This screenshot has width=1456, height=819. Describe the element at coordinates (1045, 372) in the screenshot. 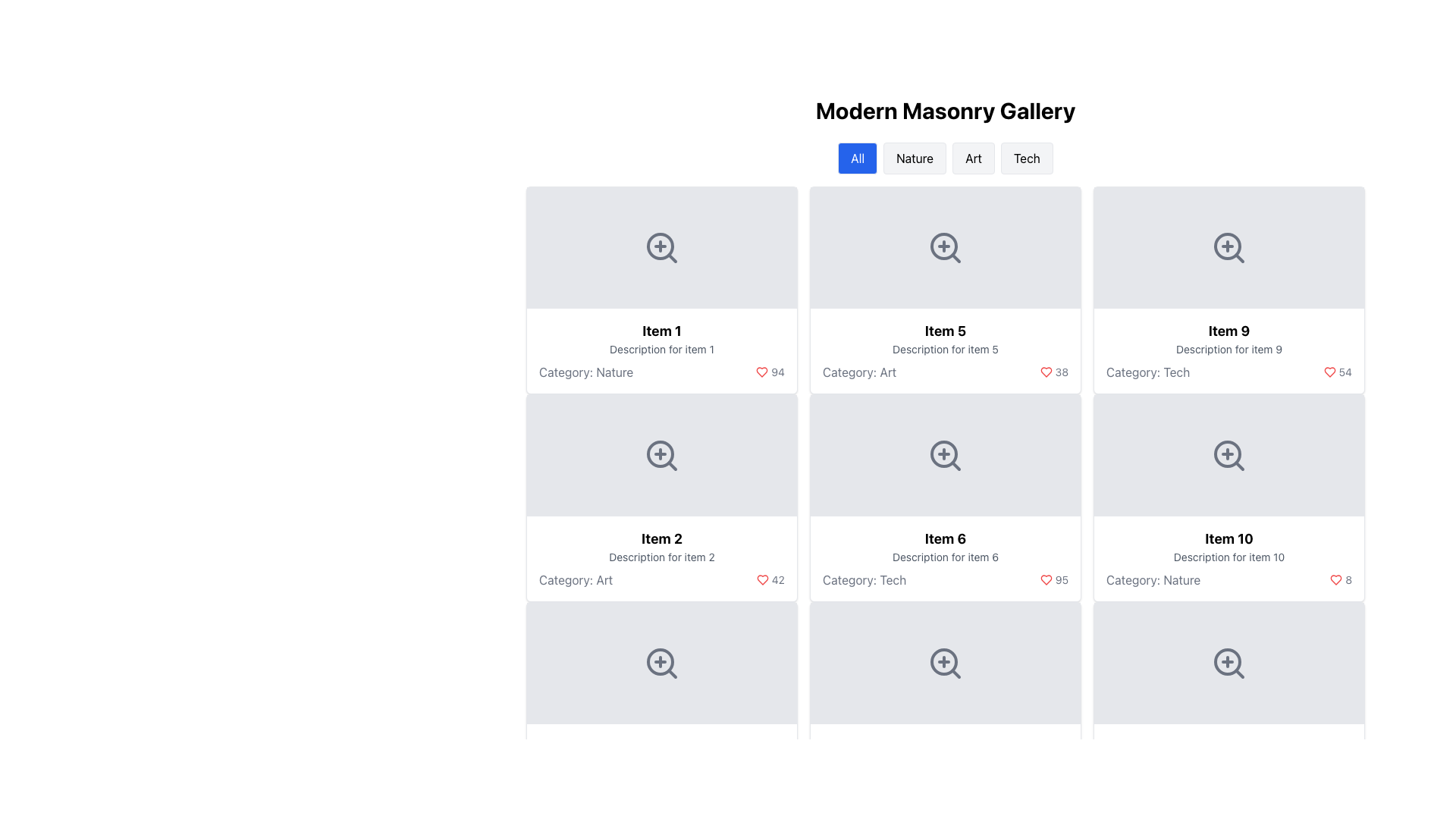

I see `the heart-shaped indicator icon representing likes for 'Item 9', located below the item's description and next to the '54' label` at that location.